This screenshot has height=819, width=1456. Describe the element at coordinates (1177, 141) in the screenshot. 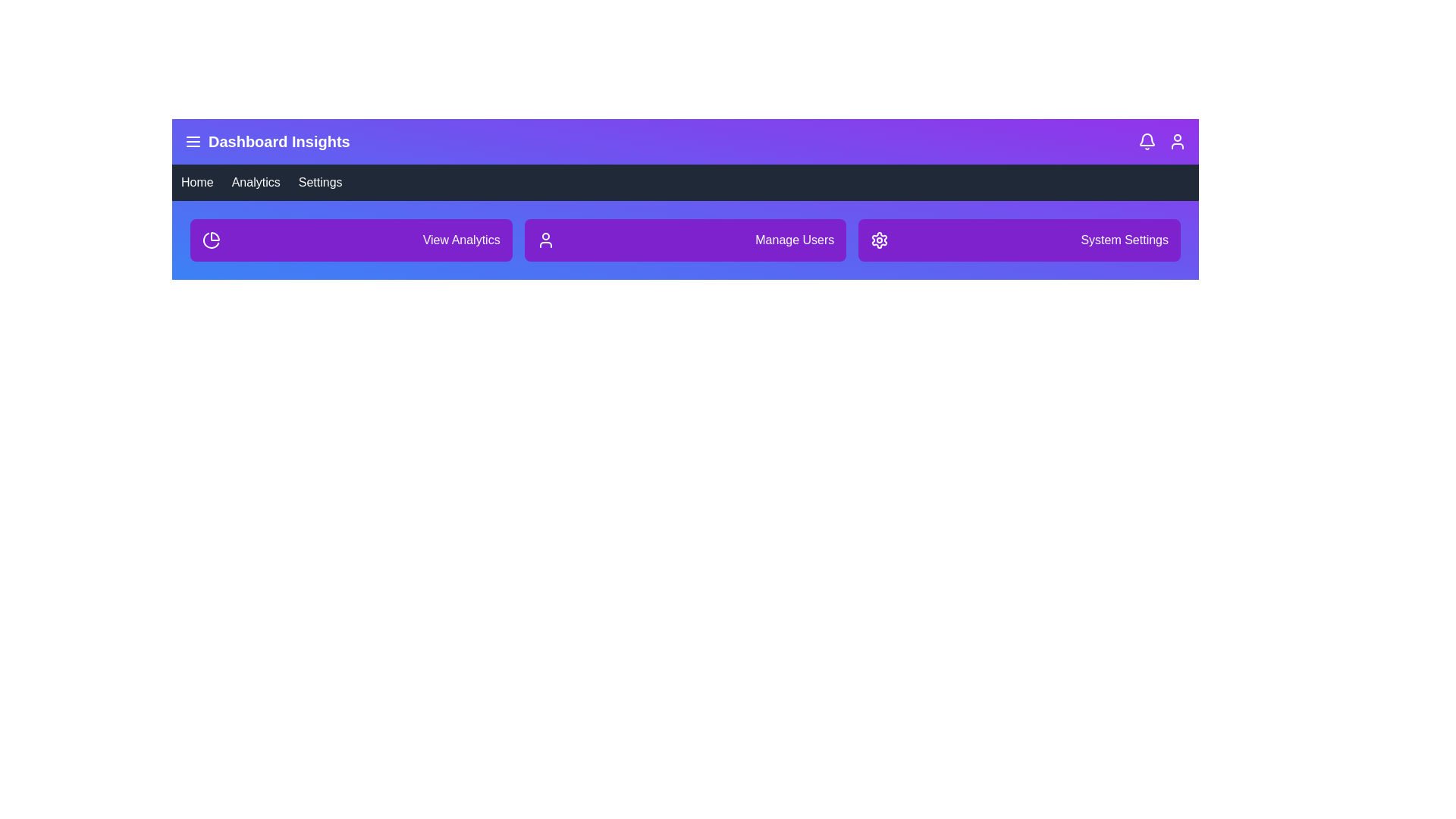

I see `the user icon in the header` at that location.